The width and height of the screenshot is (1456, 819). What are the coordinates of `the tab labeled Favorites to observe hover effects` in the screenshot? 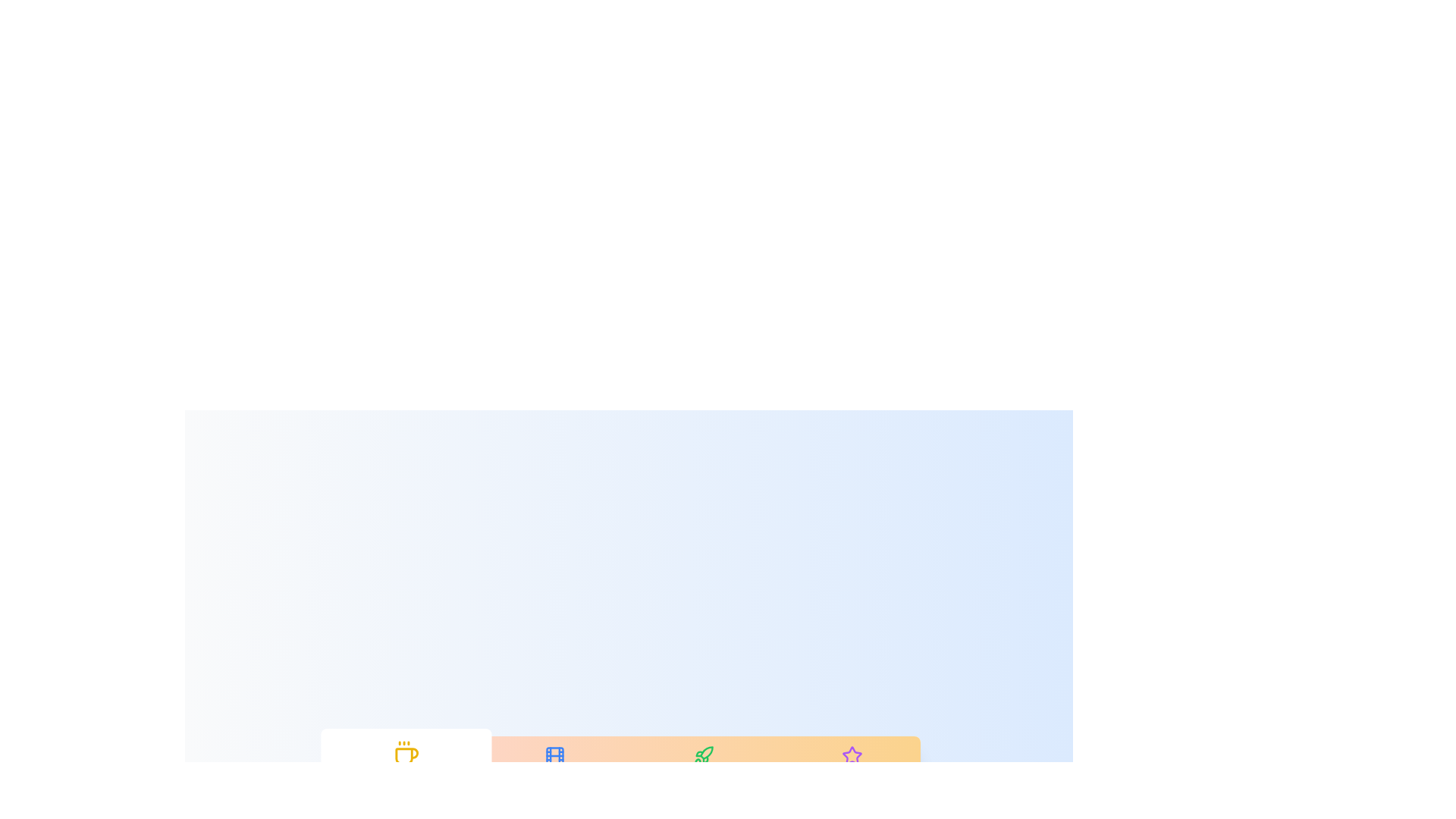 It's located at (852, 766).